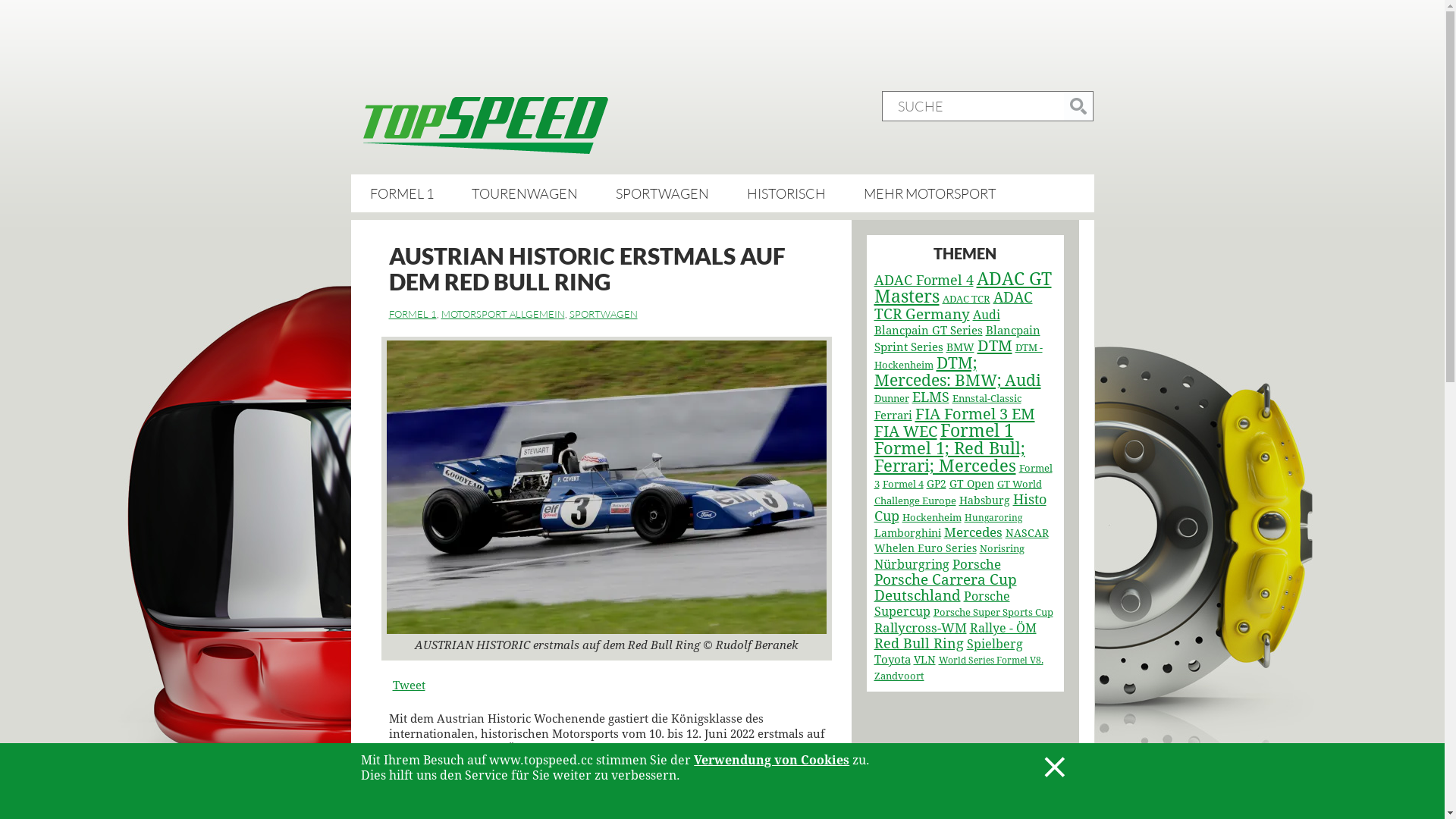 The width and height of the screenshot is (1456, 819). Describe the element at coordinates (961, 287) in the screenshot. I see `'ADAC GT Masters'` at that location.